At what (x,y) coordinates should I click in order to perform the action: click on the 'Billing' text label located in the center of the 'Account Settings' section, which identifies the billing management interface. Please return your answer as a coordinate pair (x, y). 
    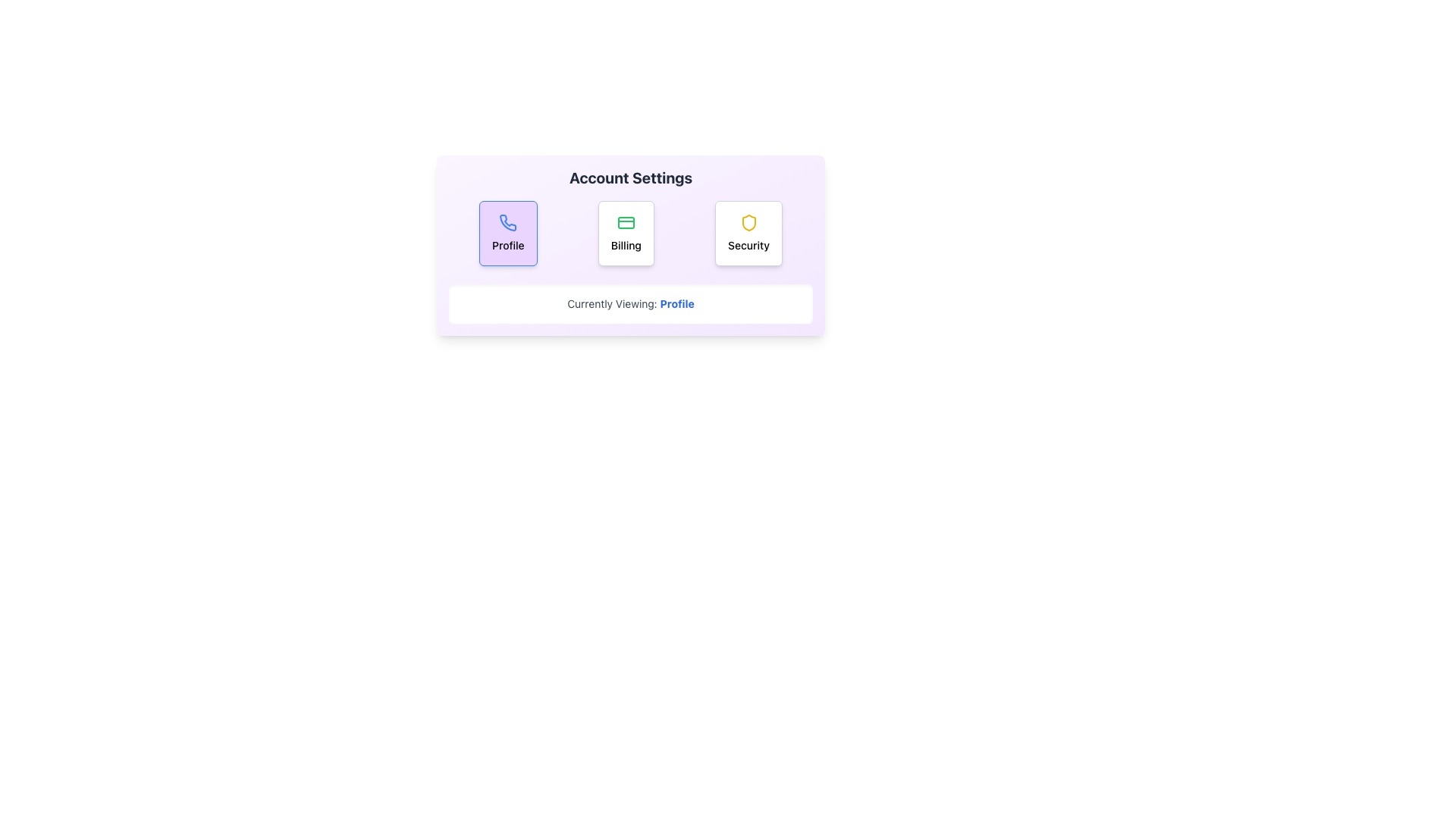
    Looking at the image, I should click on (626, 245).